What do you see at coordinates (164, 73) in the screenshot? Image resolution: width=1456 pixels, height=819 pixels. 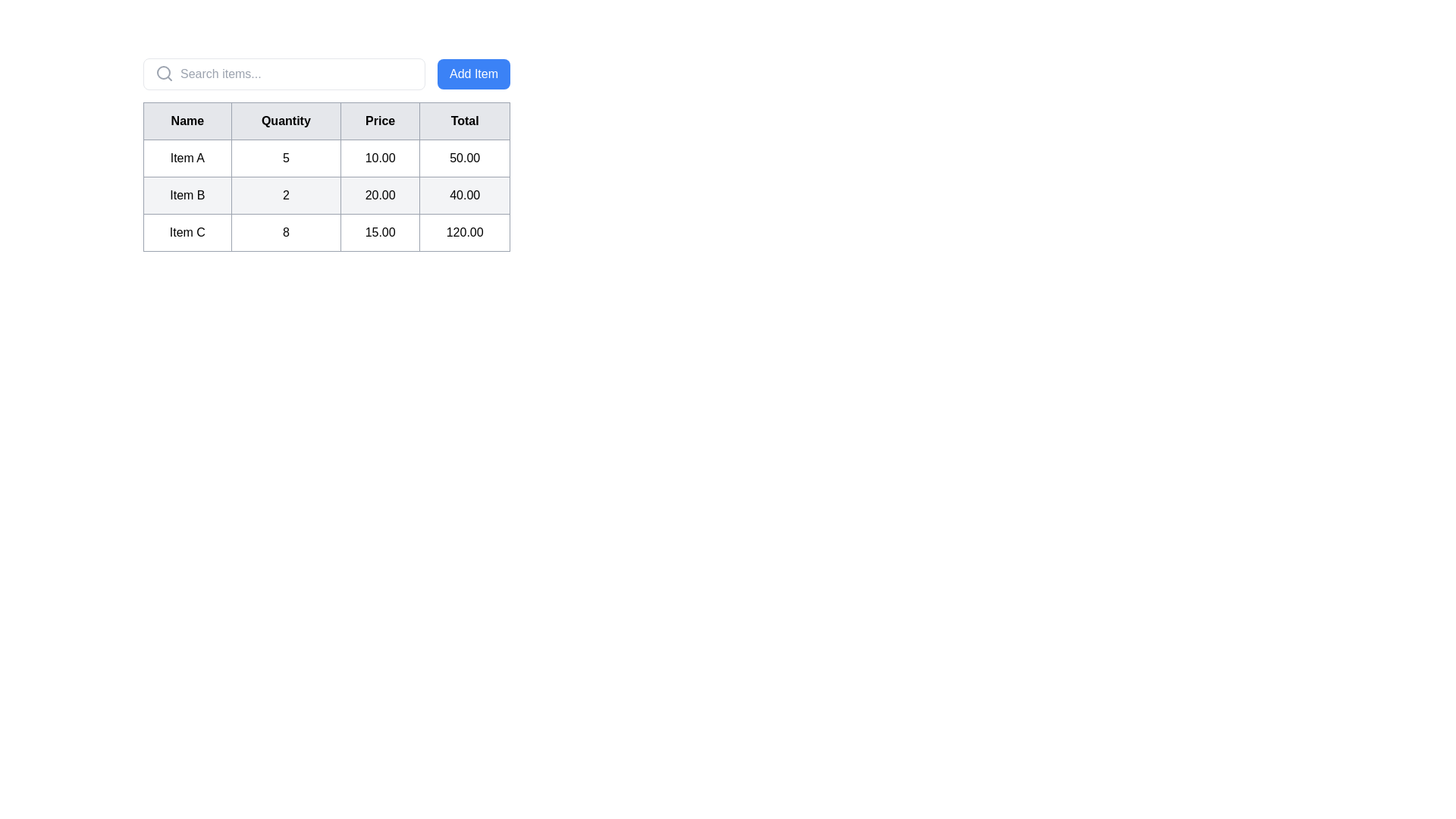 I see `the magnifying glass icon, which is styled in gray and located at the far left inside the search input field` at bounding box center [164, 73].